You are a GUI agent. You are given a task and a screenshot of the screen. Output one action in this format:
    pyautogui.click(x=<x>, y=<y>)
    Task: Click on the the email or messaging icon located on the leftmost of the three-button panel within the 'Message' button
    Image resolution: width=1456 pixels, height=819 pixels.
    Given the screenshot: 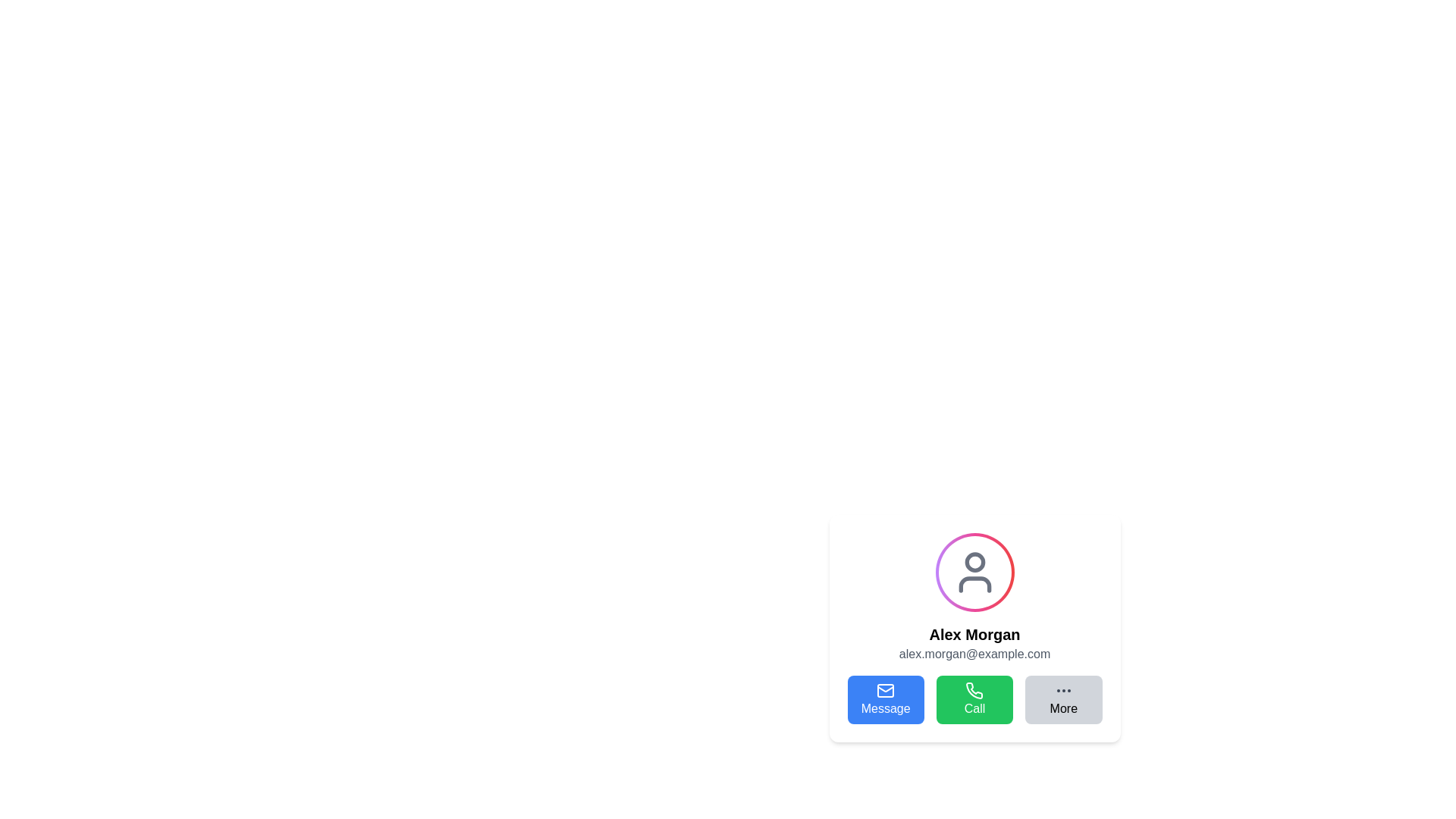 What is the action you would take?
    pyautogui.click(x=886, y=690)
    